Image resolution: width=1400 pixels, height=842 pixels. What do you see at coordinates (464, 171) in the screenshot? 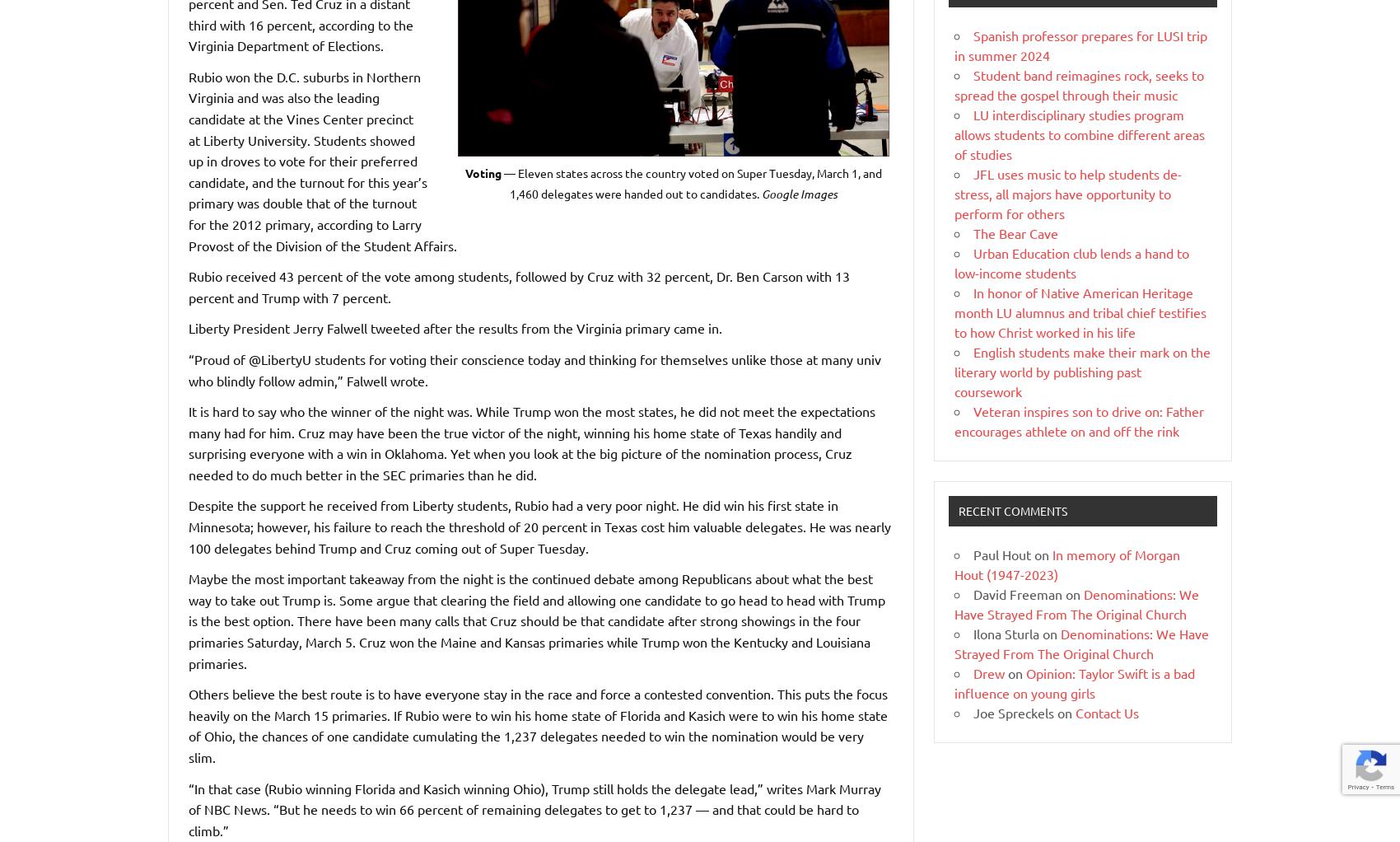
I see `'Voting'` at bounding box center [464, 171].